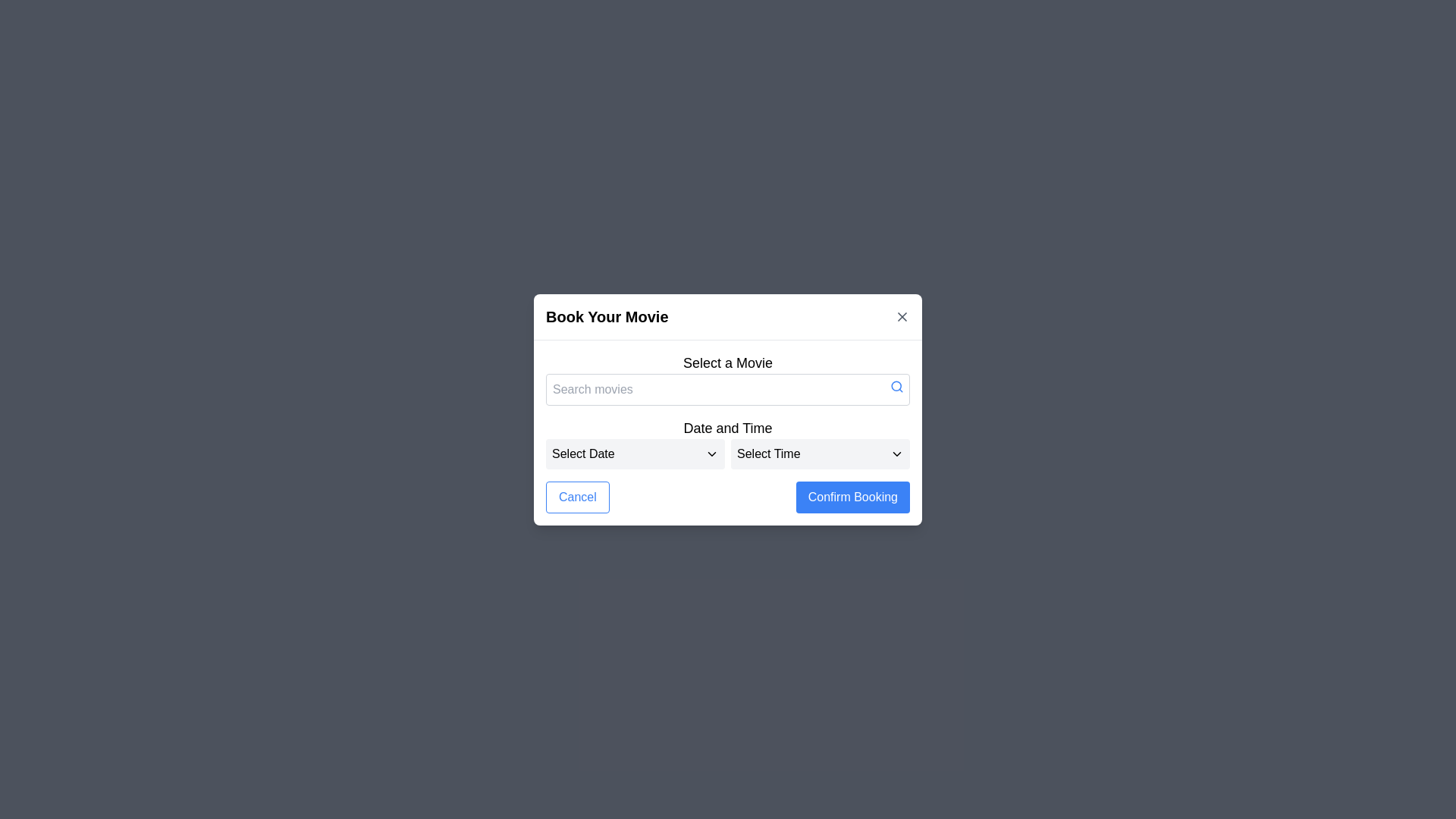  Describe the element at coordinates (902, 315) in the screenshot. I see `the close button located at the top-right corner of the 'Book Your Movie' modal` at that location.